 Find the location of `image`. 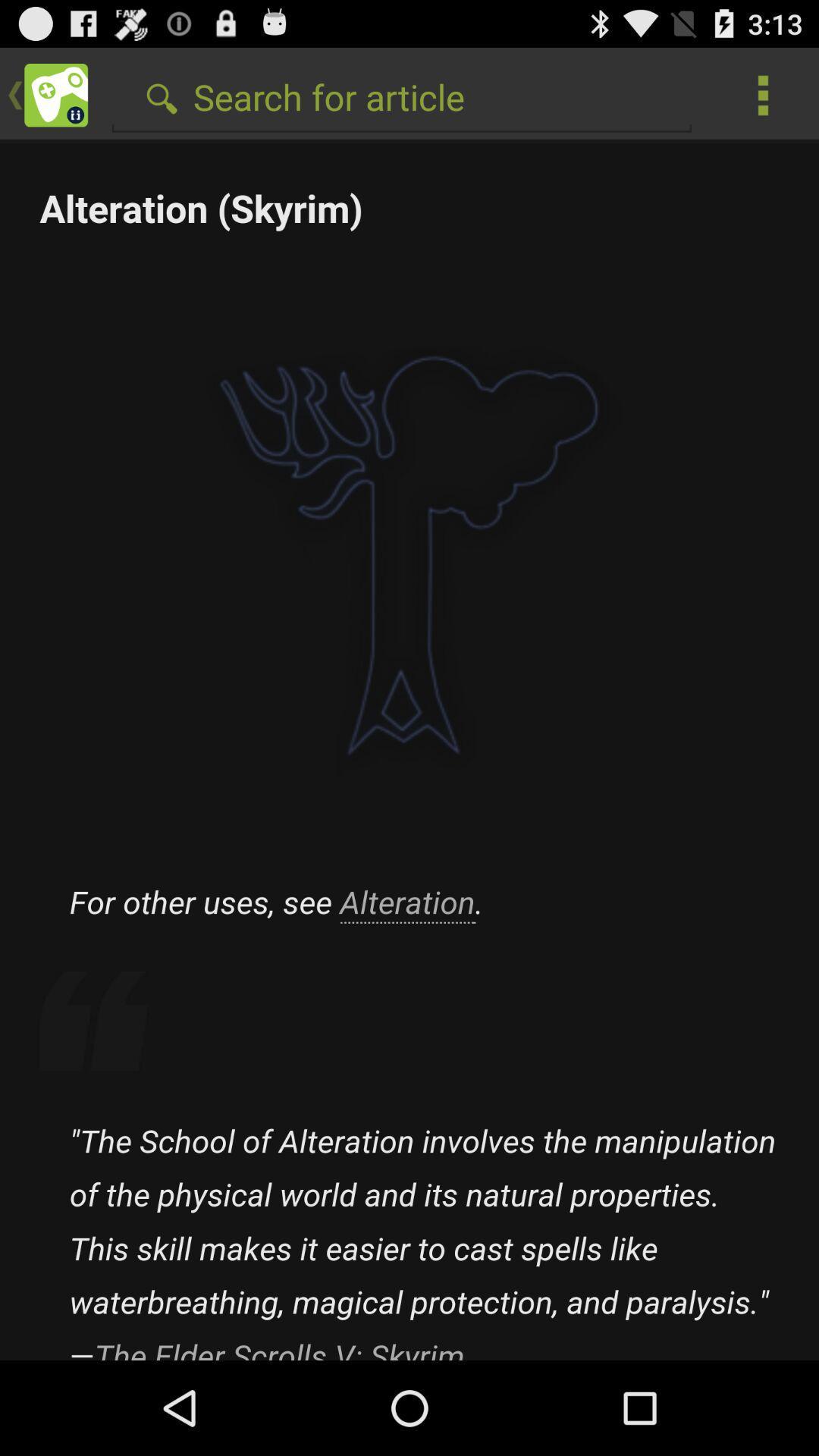

image is located at coordinates (409, 752).